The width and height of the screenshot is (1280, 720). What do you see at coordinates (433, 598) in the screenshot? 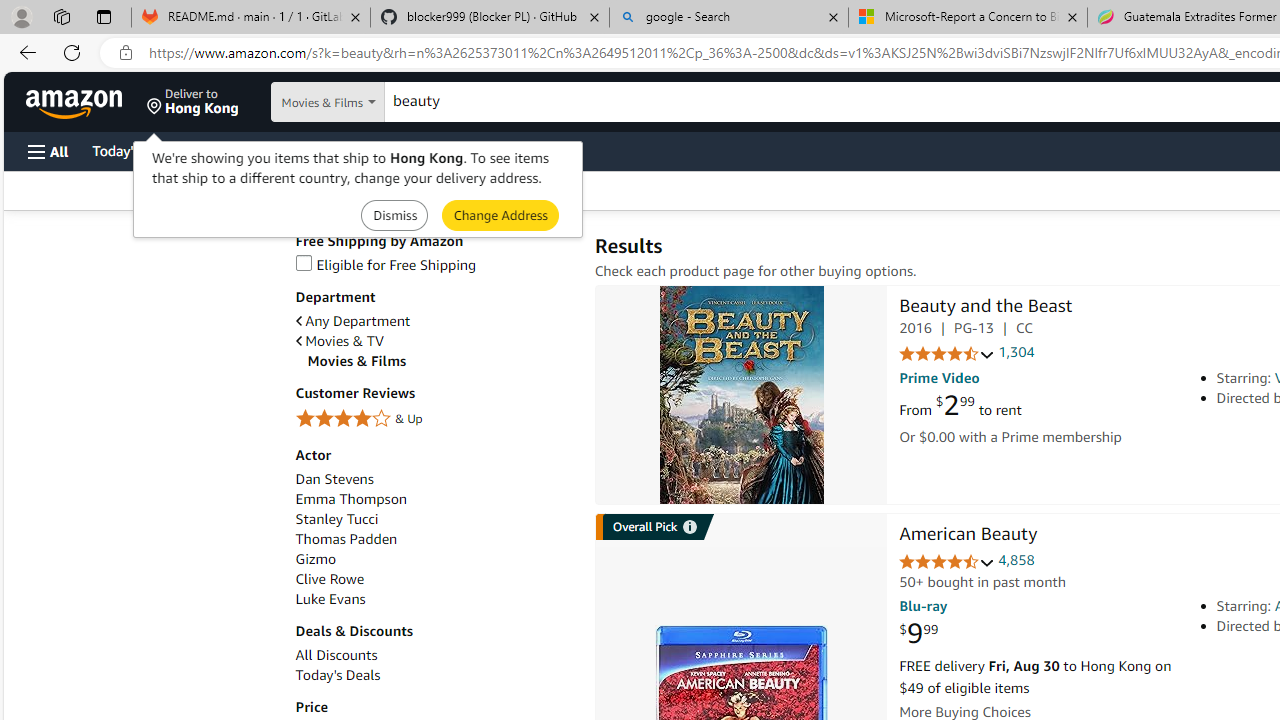
I see `'Luke Evans'` at bounding box center [433, 598].